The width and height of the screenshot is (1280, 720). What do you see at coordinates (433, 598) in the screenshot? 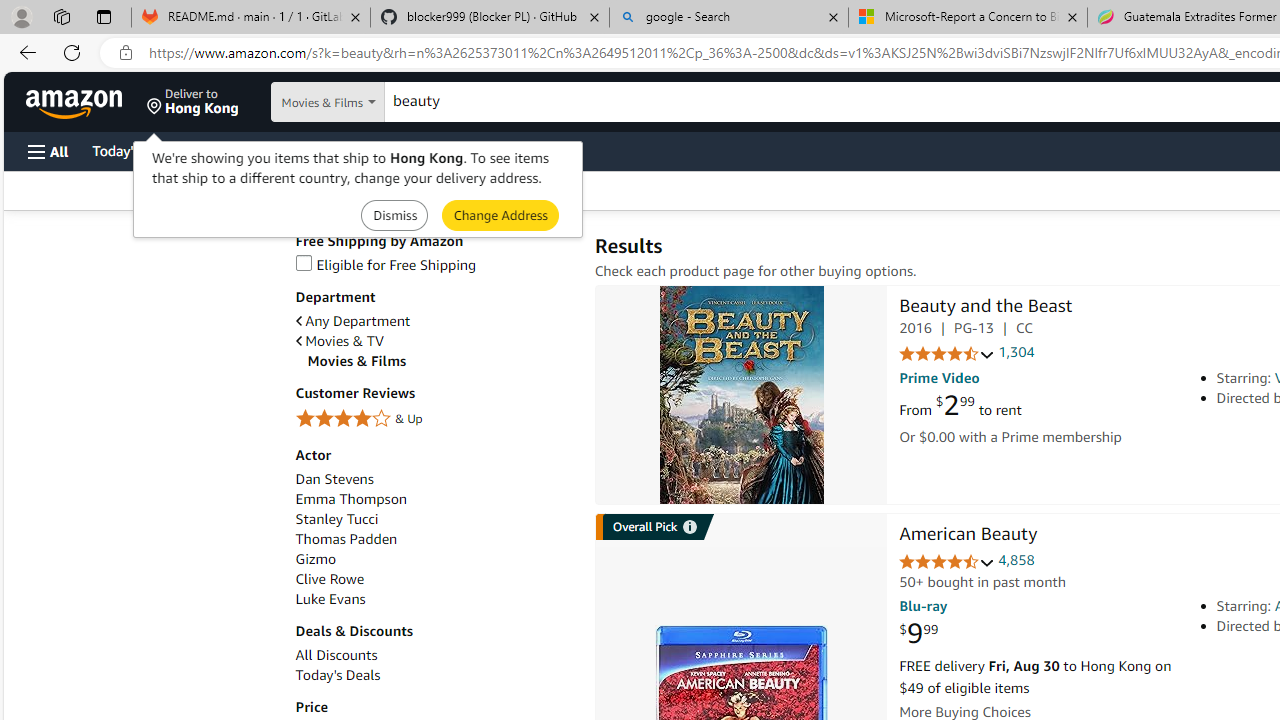
I see `'Luke Evans'` at bounding box center [433, 598].